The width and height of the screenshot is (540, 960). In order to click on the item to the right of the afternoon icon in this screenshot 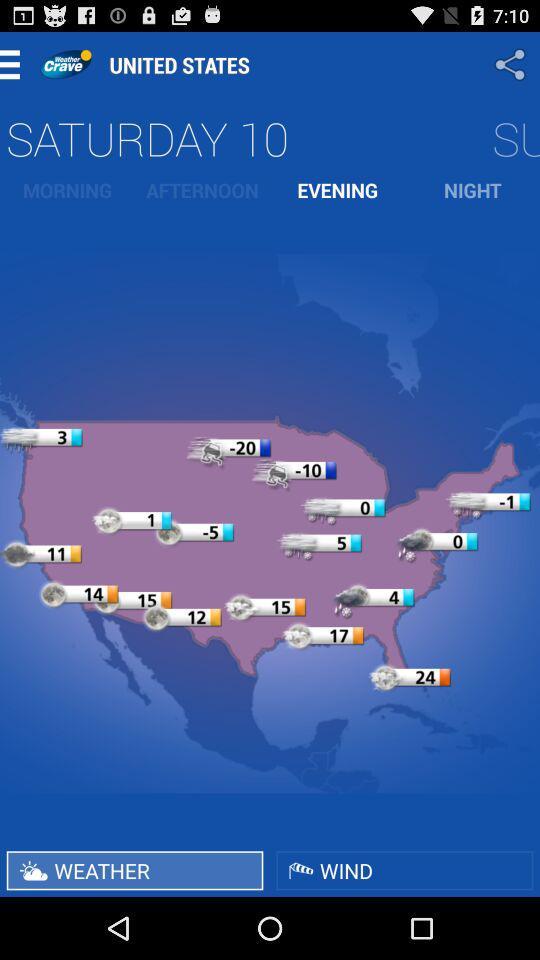, I will do `click(337, 190)`.